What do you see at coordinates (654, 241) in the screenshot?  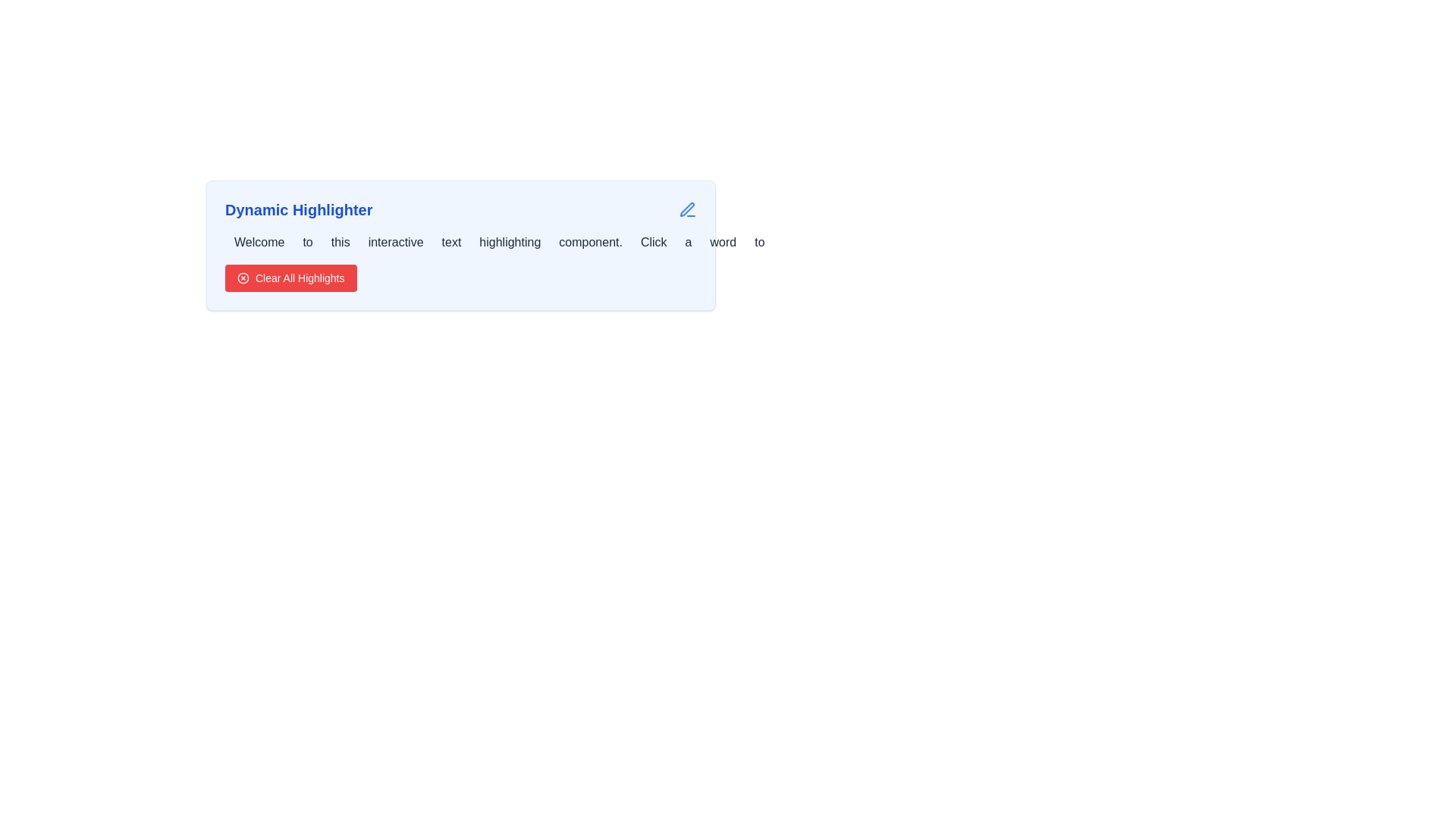 I see `the eighth word in the paragraph text box titled 'Dynamic Highlighter', which is located slightly to the right of the middle and follows the word 'component.'` at bounding box center [654, 241].